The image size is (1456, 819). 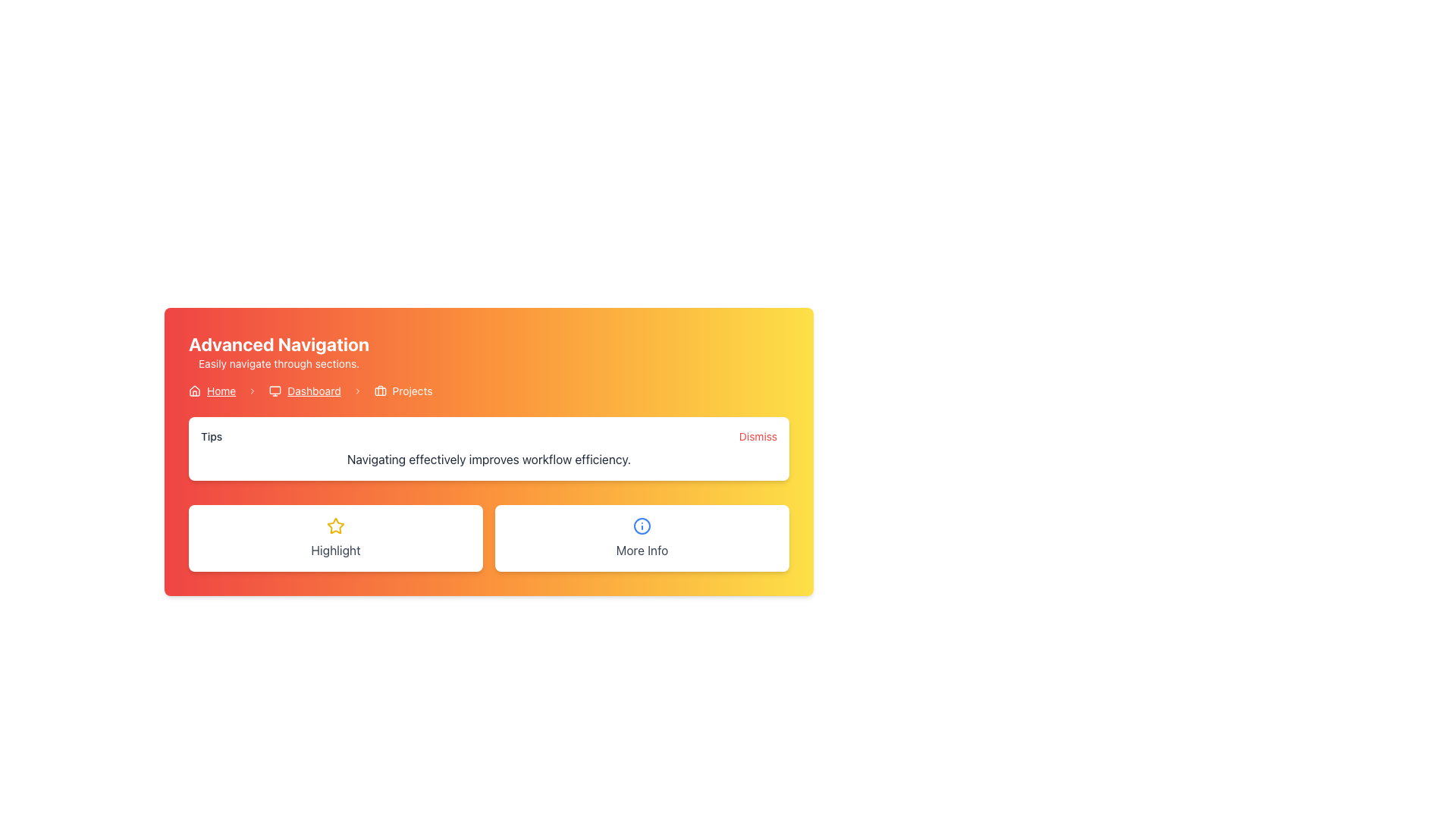 I want to click on the third item in the breadcrumb navigation sequence, which serves as a hyperlink, so click(x=312, y=391).